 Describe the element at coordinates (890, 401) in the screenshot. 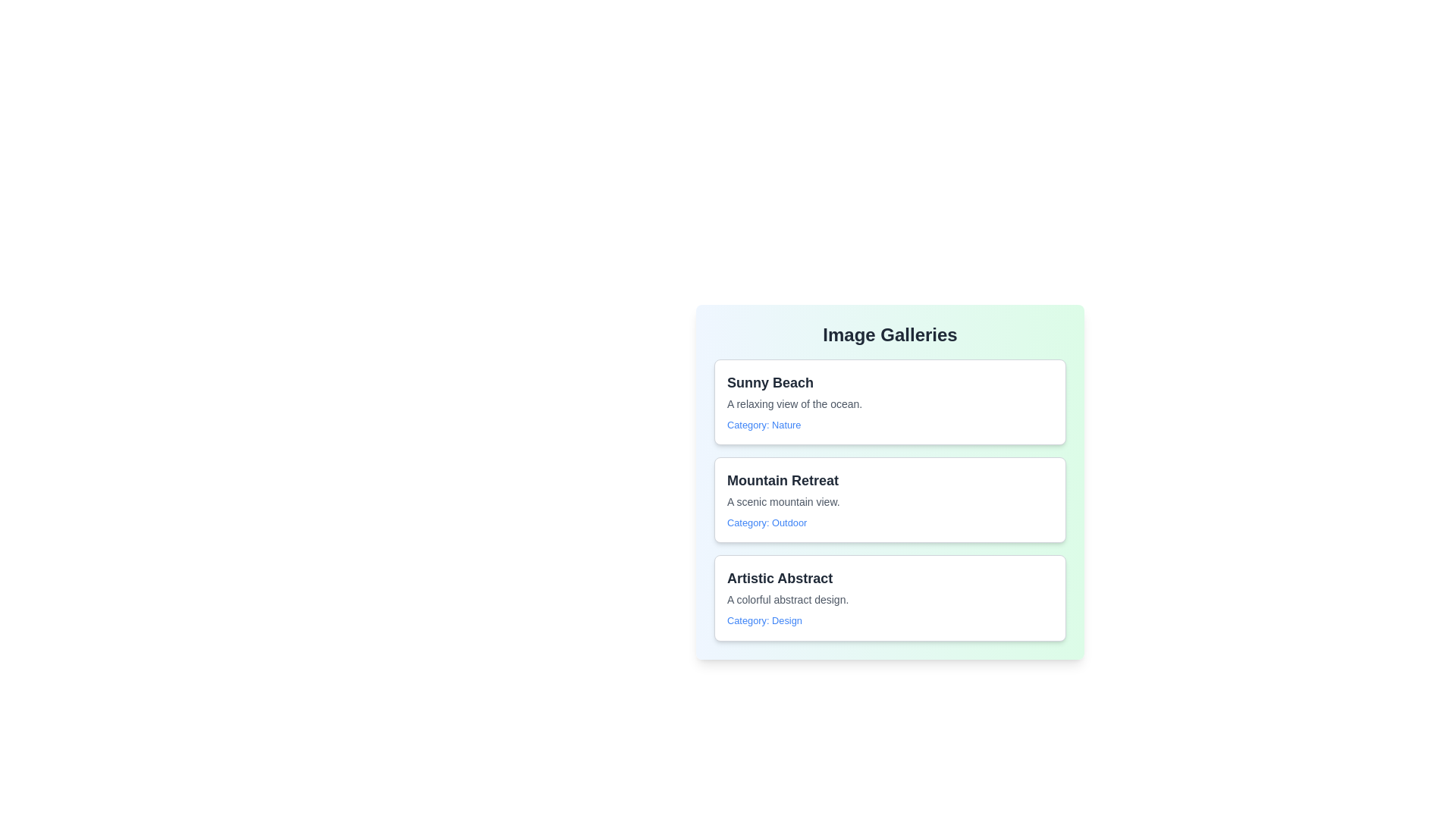

I see `the gallery item Sunny Beach from the list` at that location.